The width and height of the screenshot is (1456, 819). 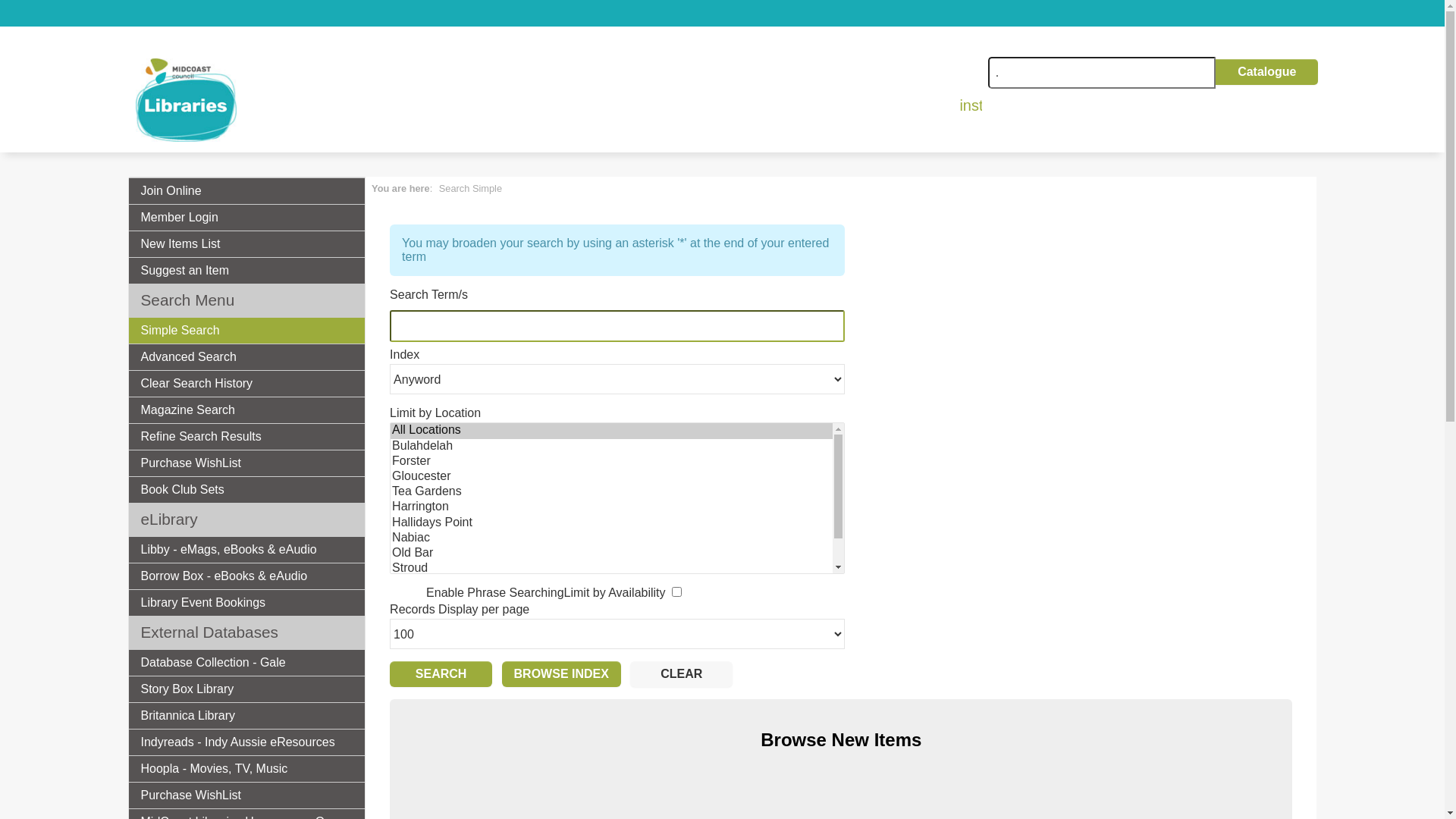 What do you see at coordinates (247, 329) in the screenshot?
I see `'Simple Search'` at bounding box center [247, 329].